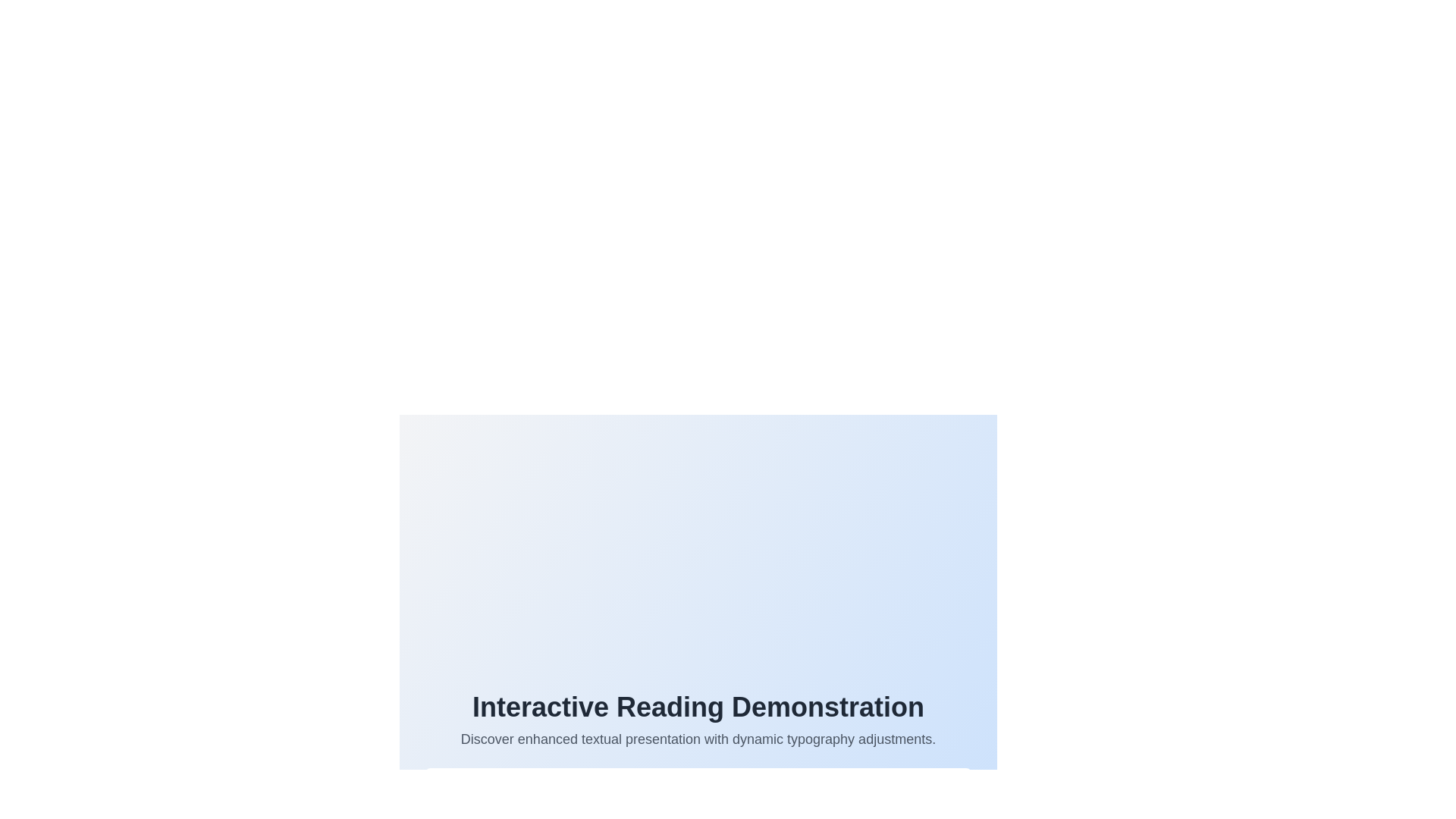 Image resolution: width=1456 pixels, height=819 pixels. Describe the element at coordinates (698, 720) in the screenshot. I see `the textual header 'Interactive Reading Demonstration'` at that location.